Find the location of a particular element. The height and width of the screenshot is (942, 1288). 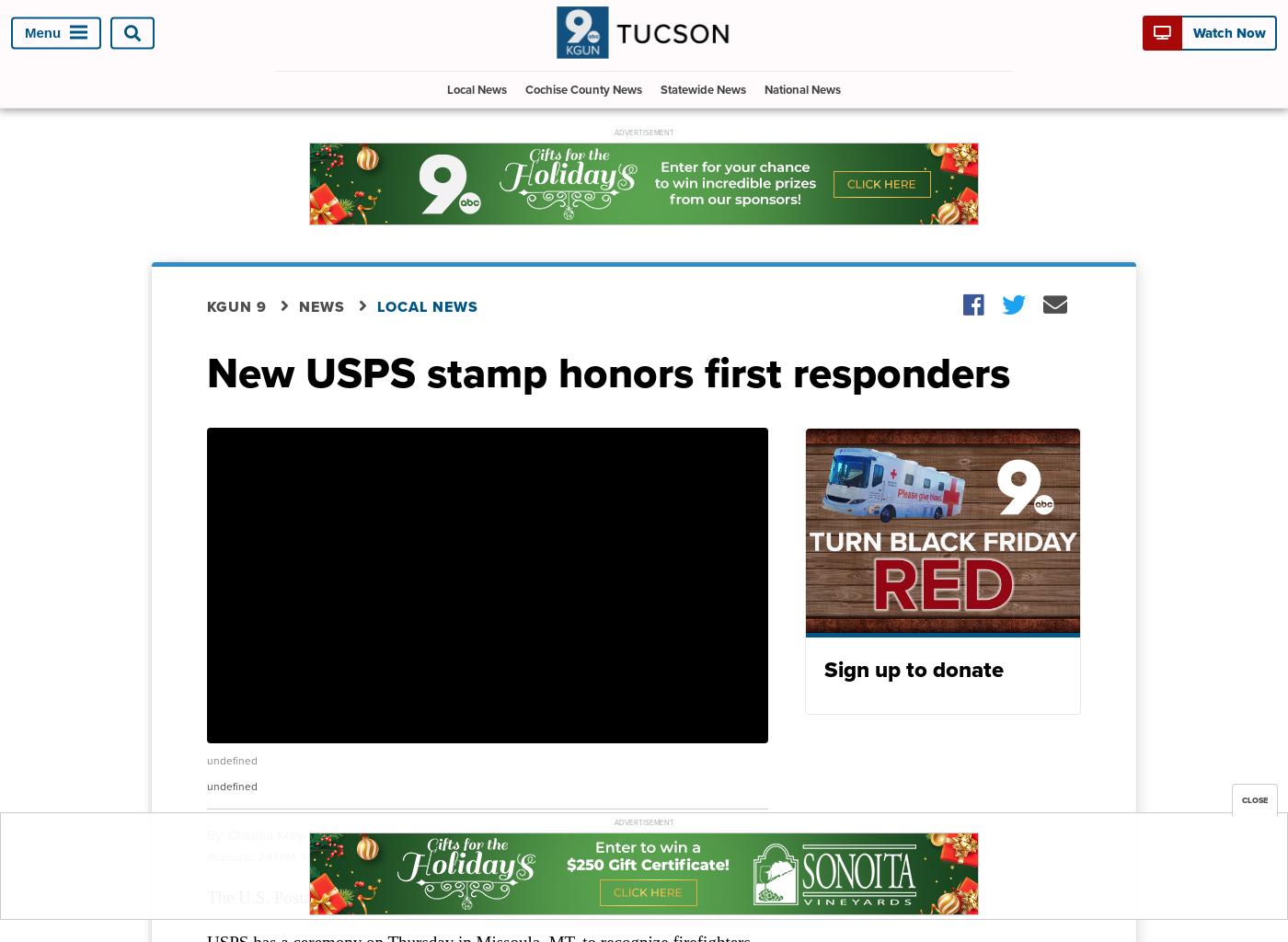

'Watch Now' is located at coordinates (1227, 33).